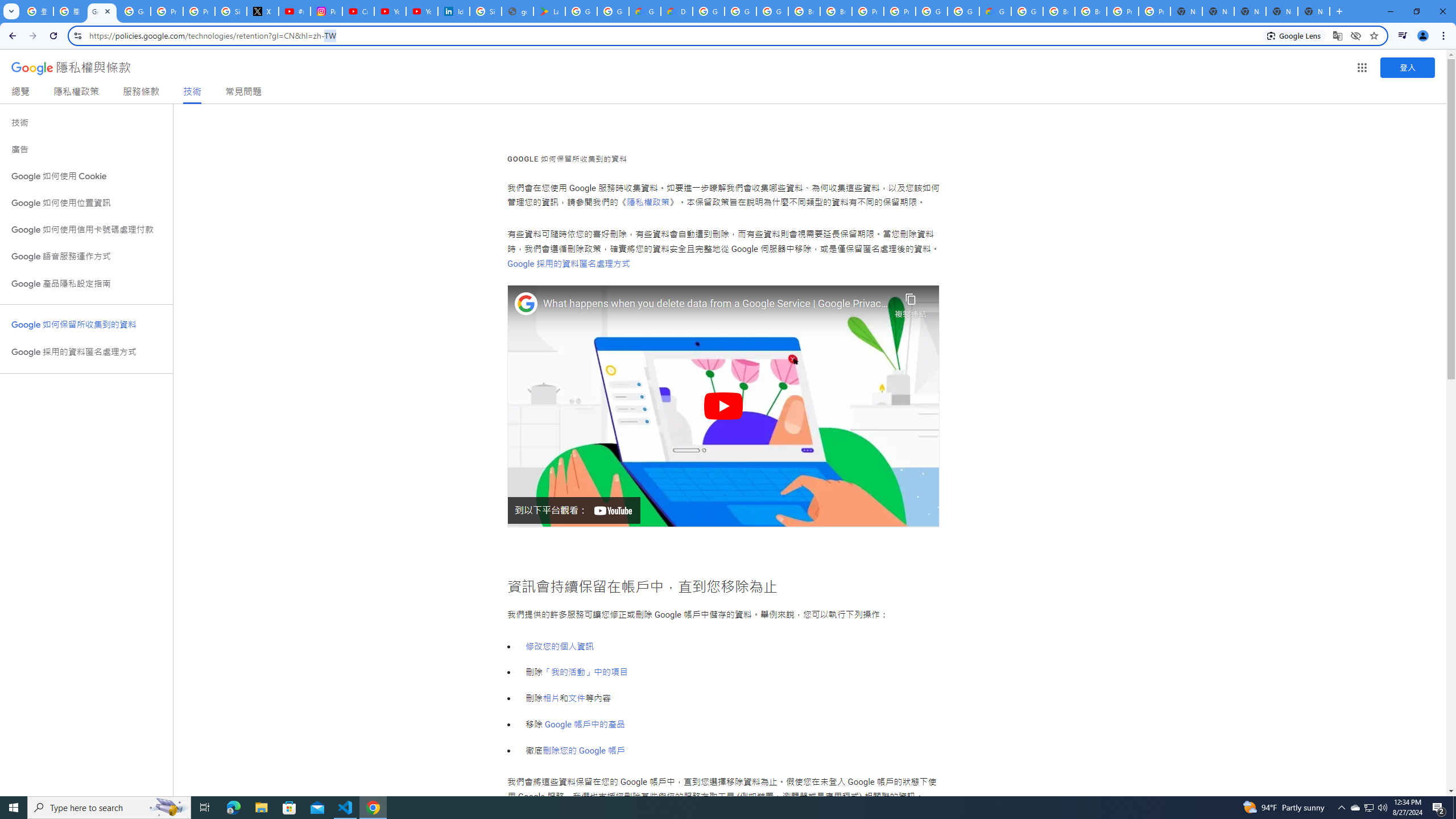 This screenshot has height=819, width=1456. What do you see at coordinates (1338, 11) in the screenshot?
I see `'New Tab'` at bounding box center [1338, 11].